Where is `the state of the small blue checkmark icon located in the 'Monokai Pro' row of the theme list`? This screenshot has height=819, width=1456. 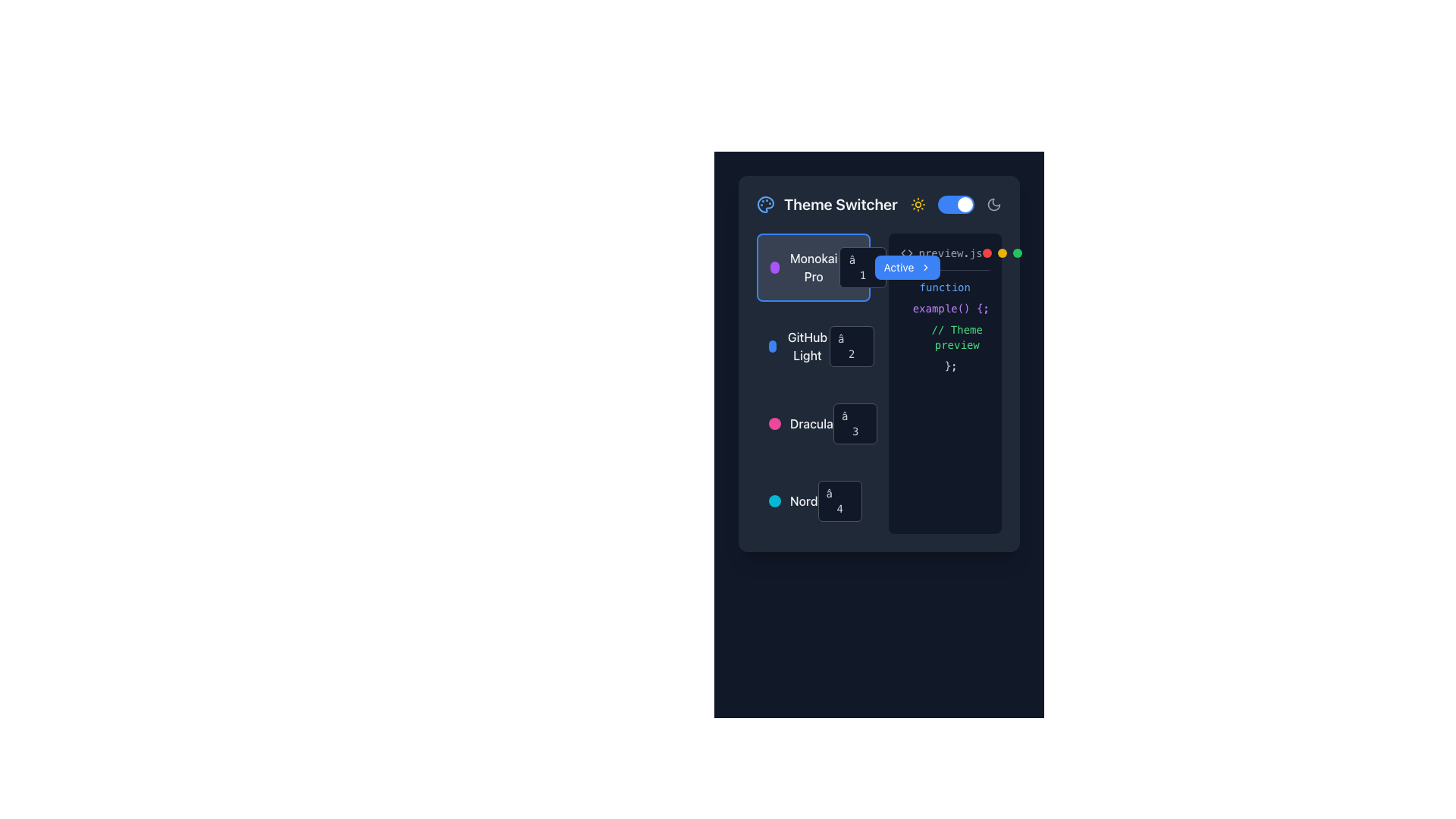
the state of the small blue checkmark icon located in the 'Monokai Pro' row of the theme list is located at coordinates (901, 267).